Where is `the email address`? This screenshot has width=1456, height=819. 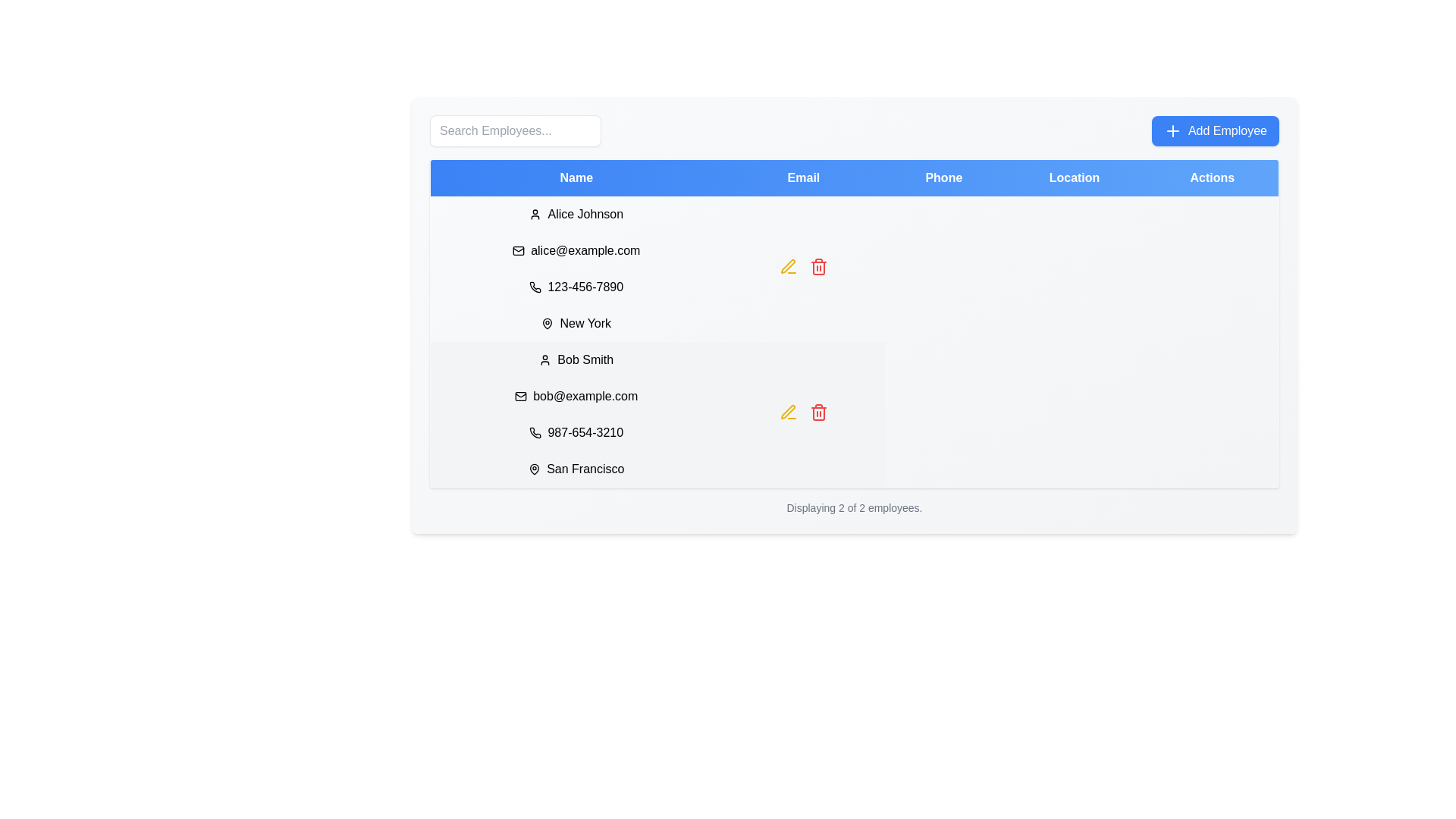 the email address is located at coordinates (521, 396).